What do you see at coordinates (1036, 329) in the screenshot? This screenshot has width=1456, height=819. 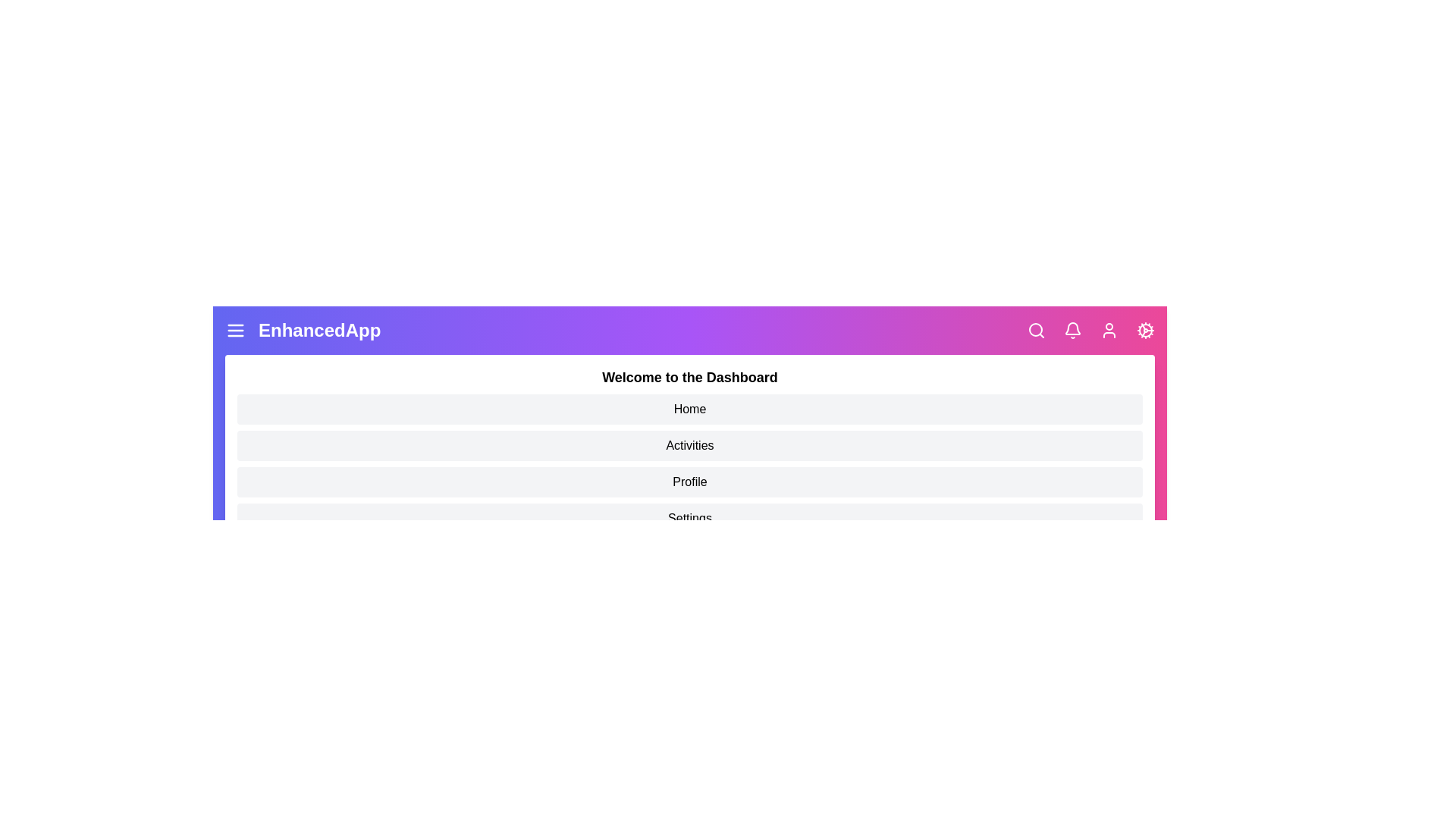 I see `the search icon to activate the search functionality` at bounding box center [1036, 329].